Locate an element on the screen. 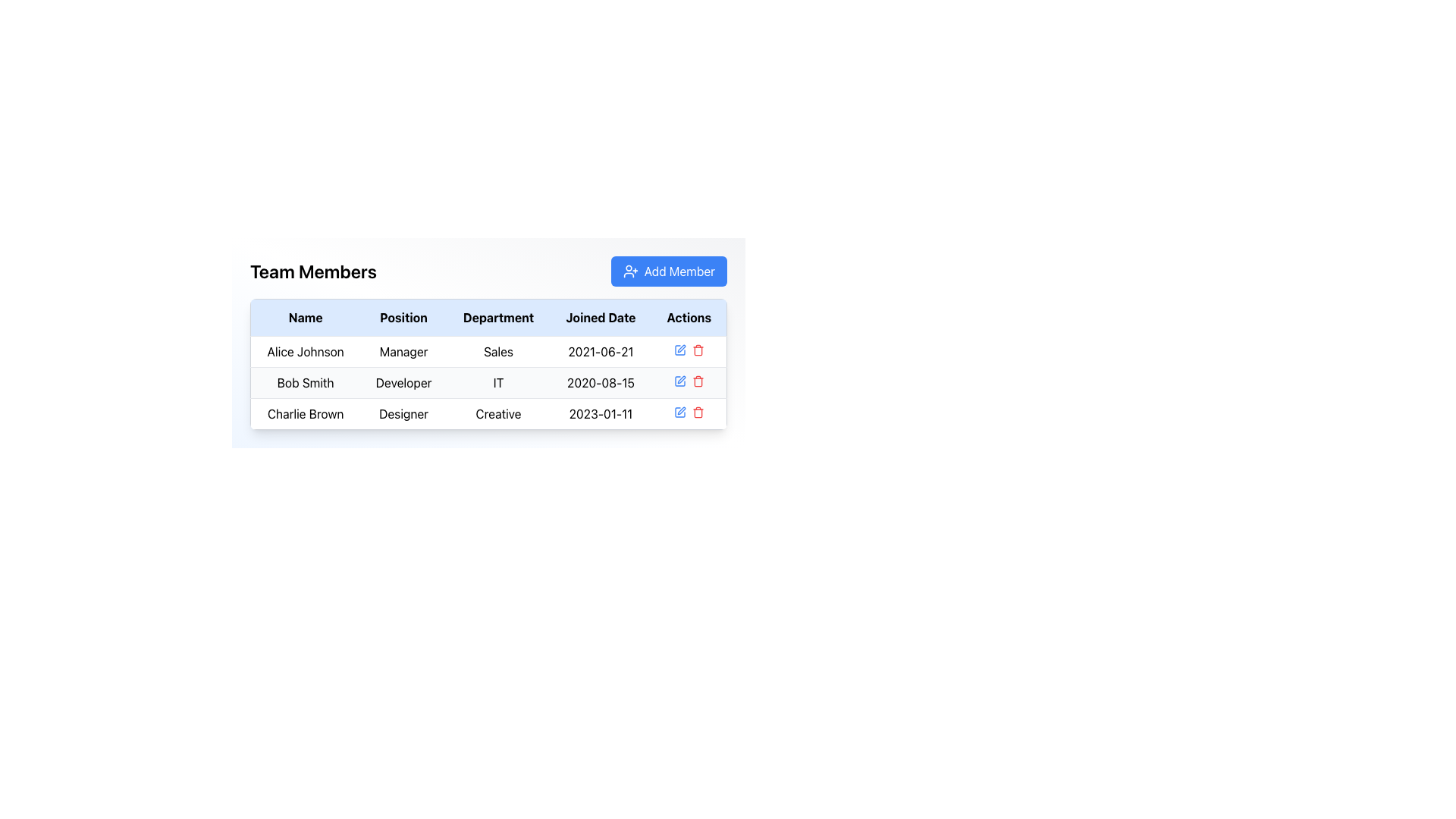 Image resolution: width=1456 pixels, height=819 pixels. the red trash bin icon, which is the rightmost icon in the 'Actions' column associated with the entry 'Alice Johnson, Manager, Sales, 2021-06-21' is located at coordinates (697, 350).